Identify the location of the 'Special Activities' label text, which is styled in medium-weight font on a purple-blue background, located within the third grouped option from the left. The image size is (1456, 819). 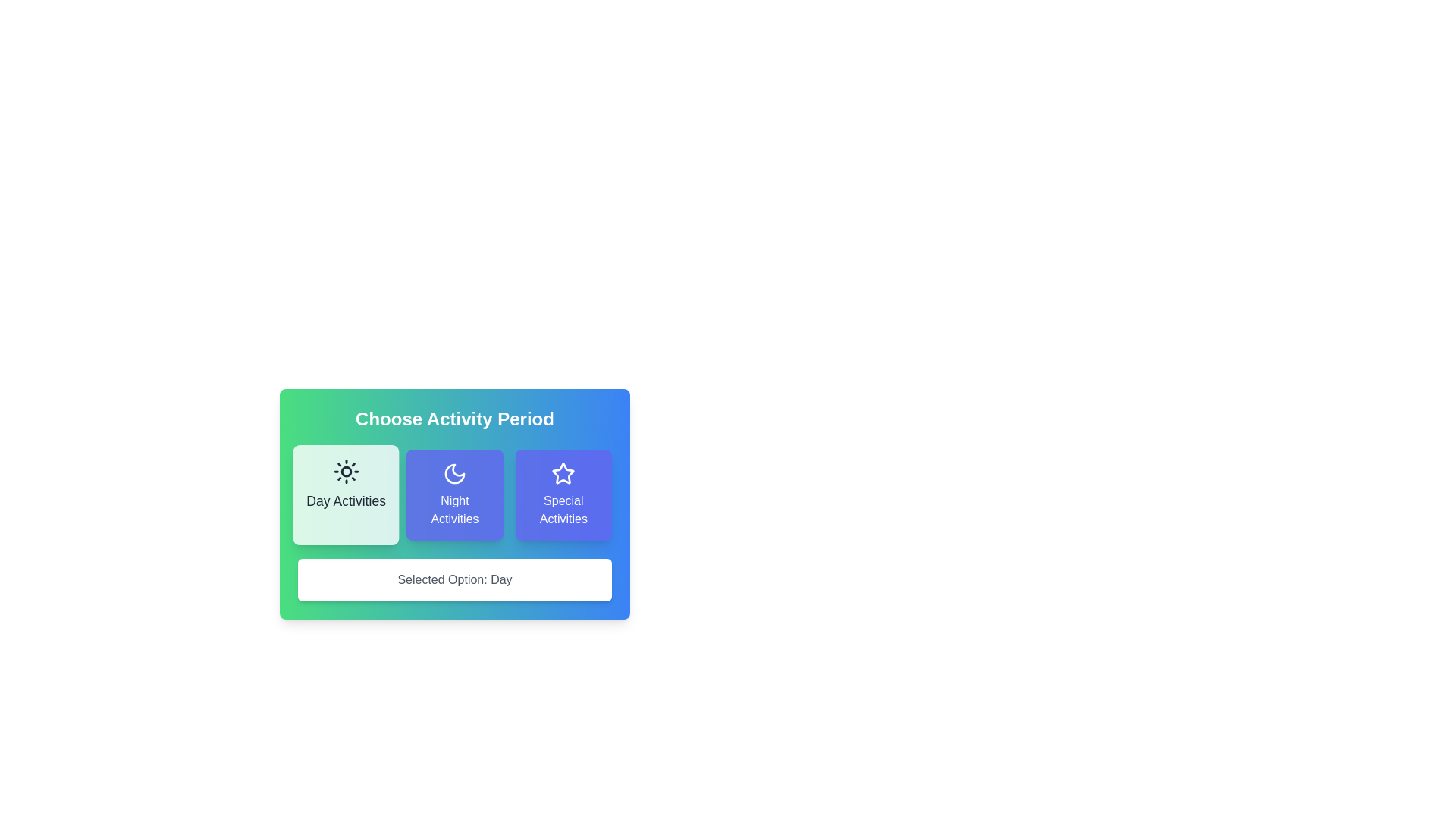
(563, 510).